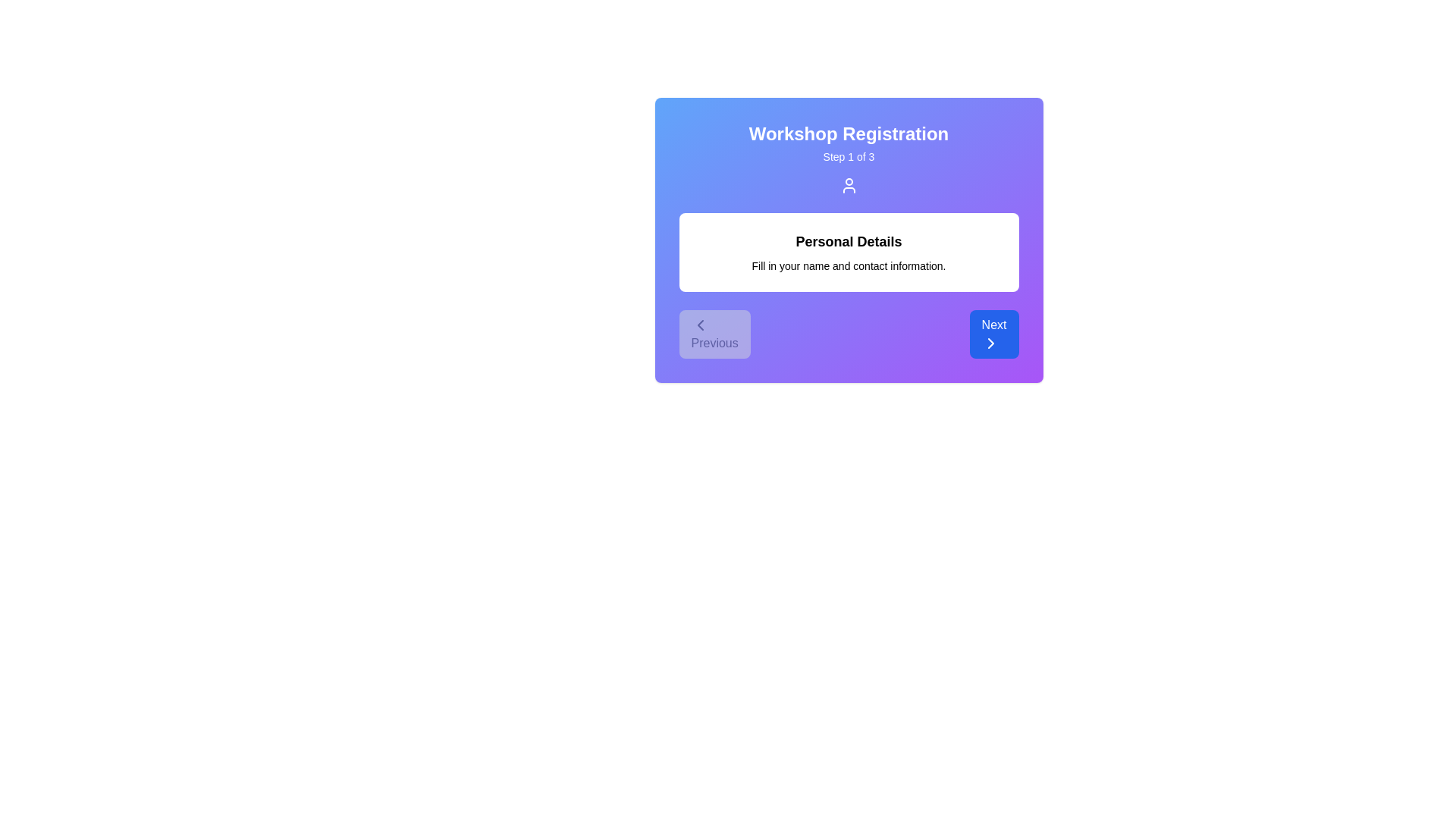 This screenshot has height=819, width=1456. I want to click on the appearance of the chevron icon centered within the 'Next' button located in the bottom right corner of the modal, so click(990, 343).